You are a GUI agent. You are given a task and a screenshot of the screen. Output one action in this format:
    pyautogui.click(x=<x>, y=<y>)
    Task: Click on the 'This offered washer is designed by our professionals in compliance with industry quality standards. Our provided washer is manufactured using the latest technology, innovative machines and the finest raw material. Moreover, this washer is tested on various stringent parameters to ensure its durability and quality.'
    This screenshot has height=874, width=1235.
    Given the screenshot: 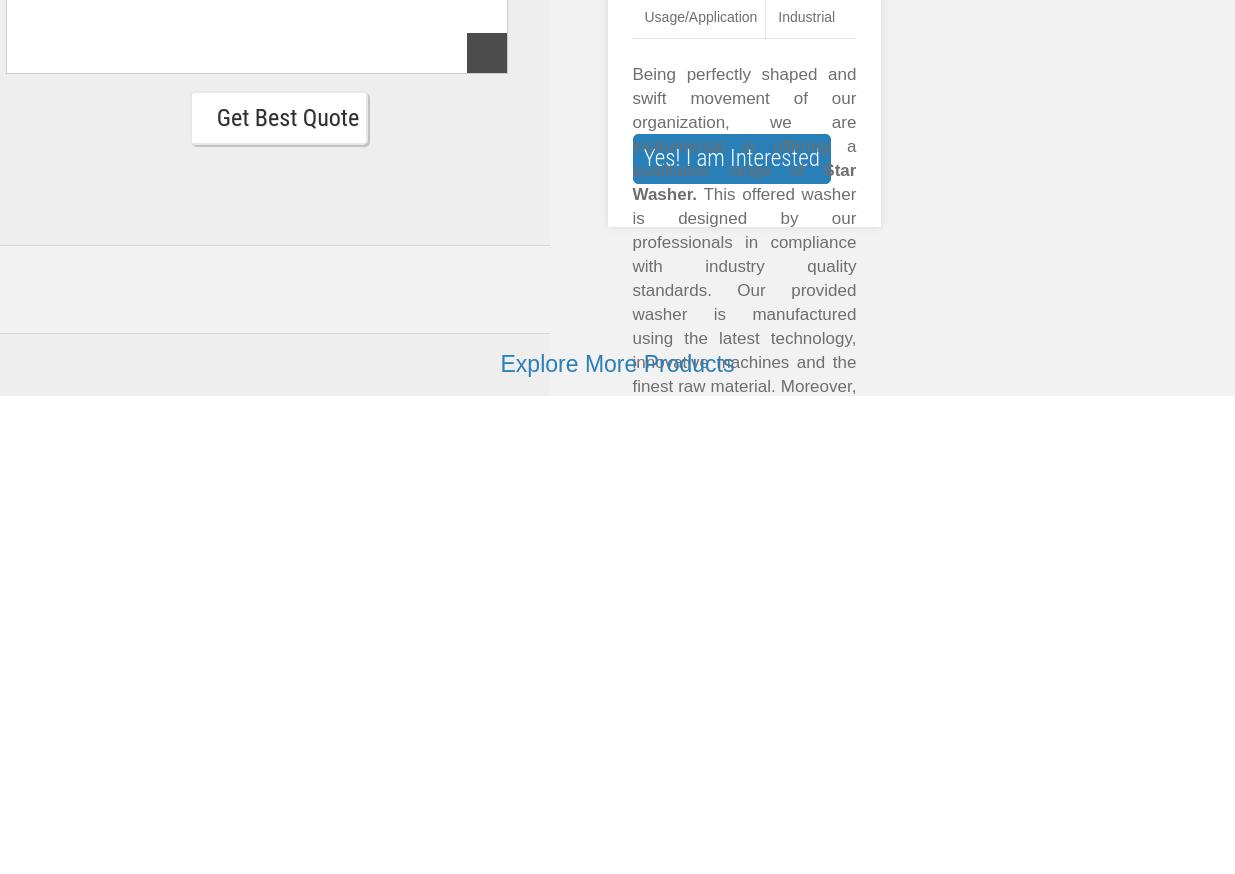 What is the action you would take?
    pyautogui.click(x=631, y=337)
    